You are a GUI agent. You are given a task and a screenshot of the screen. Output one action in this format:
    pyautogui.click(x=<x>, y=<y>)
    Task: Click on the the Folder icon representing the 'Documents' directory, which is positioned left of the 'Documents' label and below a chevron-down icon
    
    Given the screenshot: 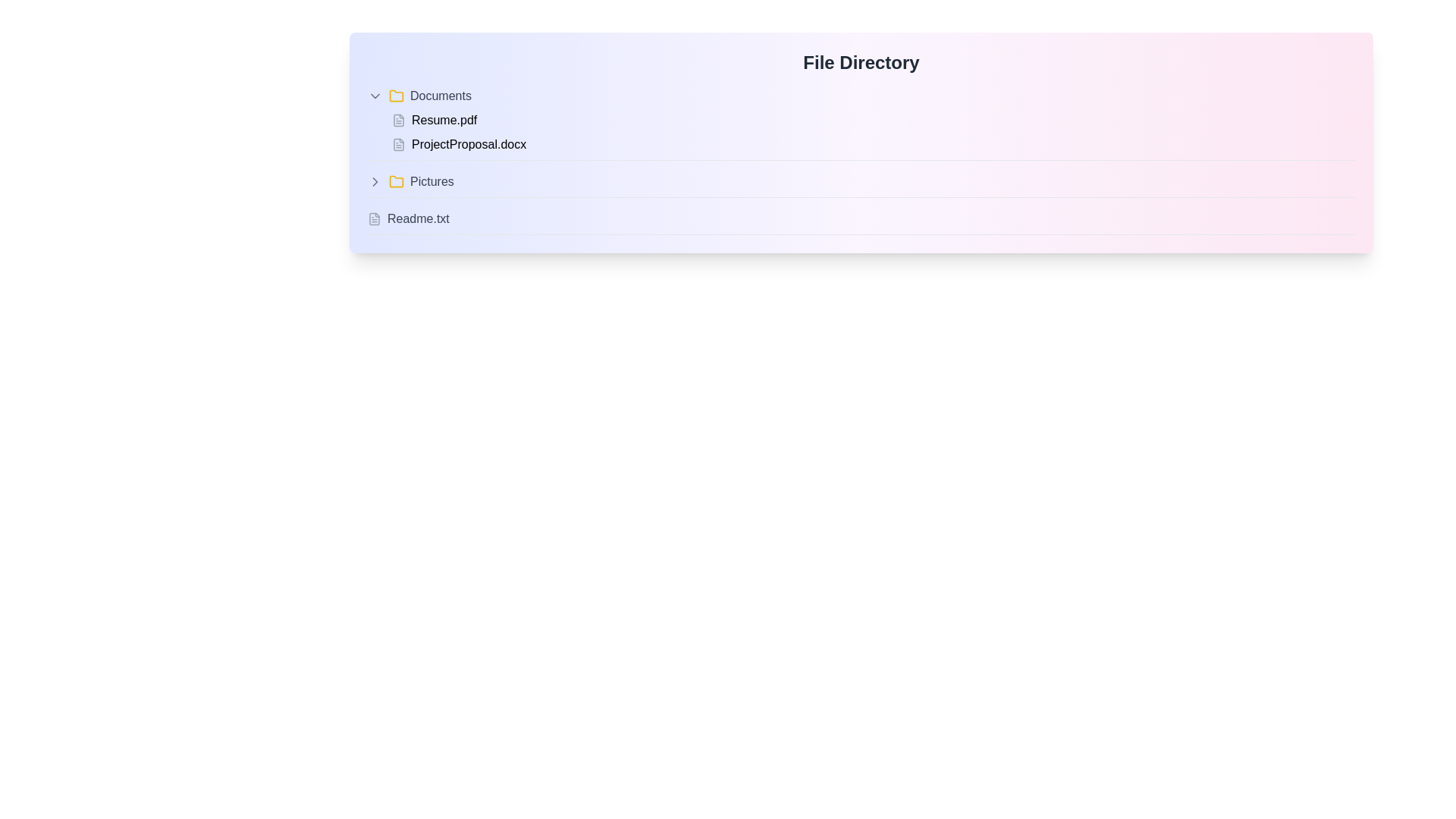 What is the action you would take?
    pyautogui.click(x=397, y=96)
    